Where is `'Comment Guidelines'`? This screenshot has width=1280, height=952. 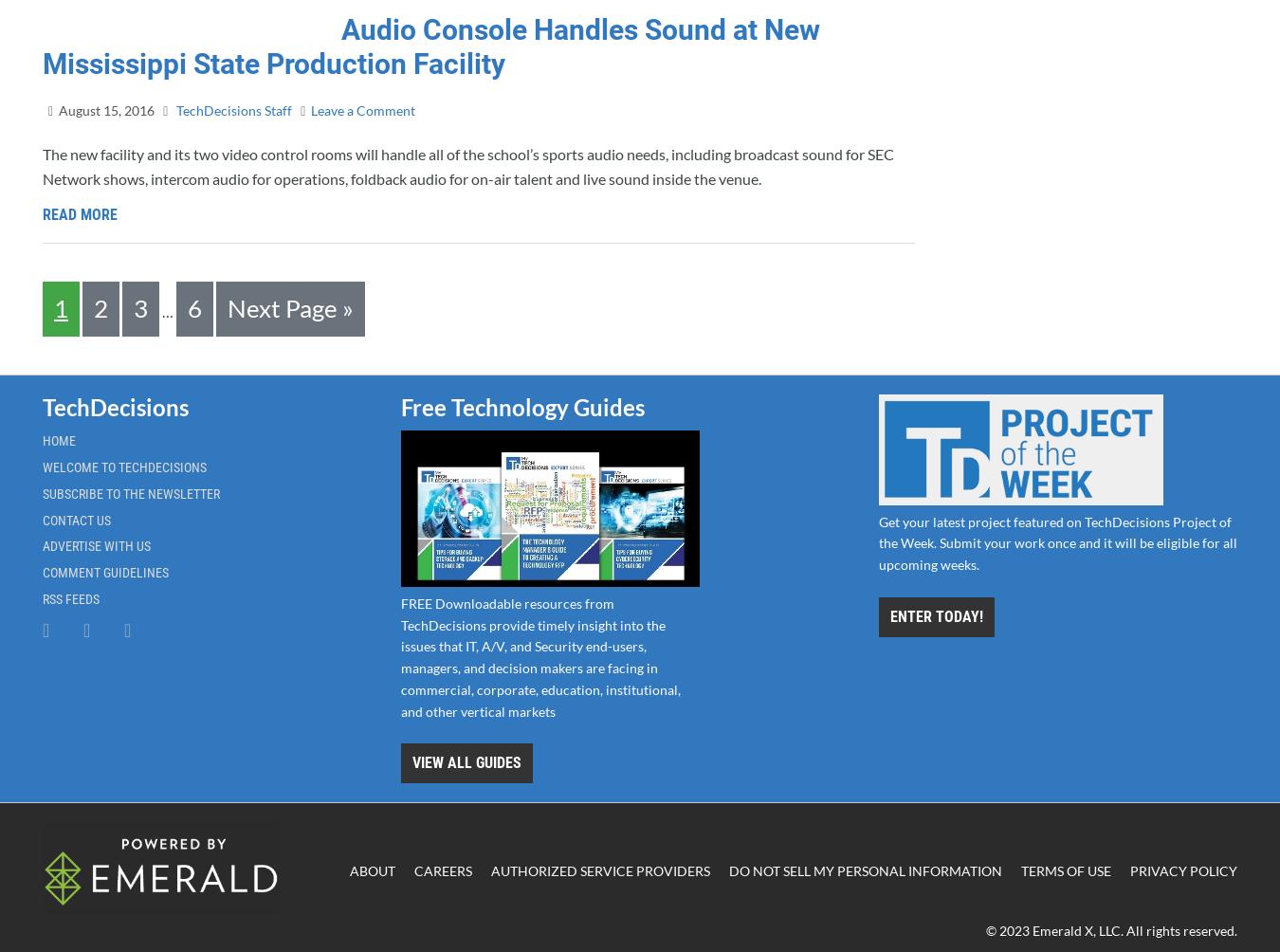
'Comment Guidelines' is located at coordinates (104, 573).